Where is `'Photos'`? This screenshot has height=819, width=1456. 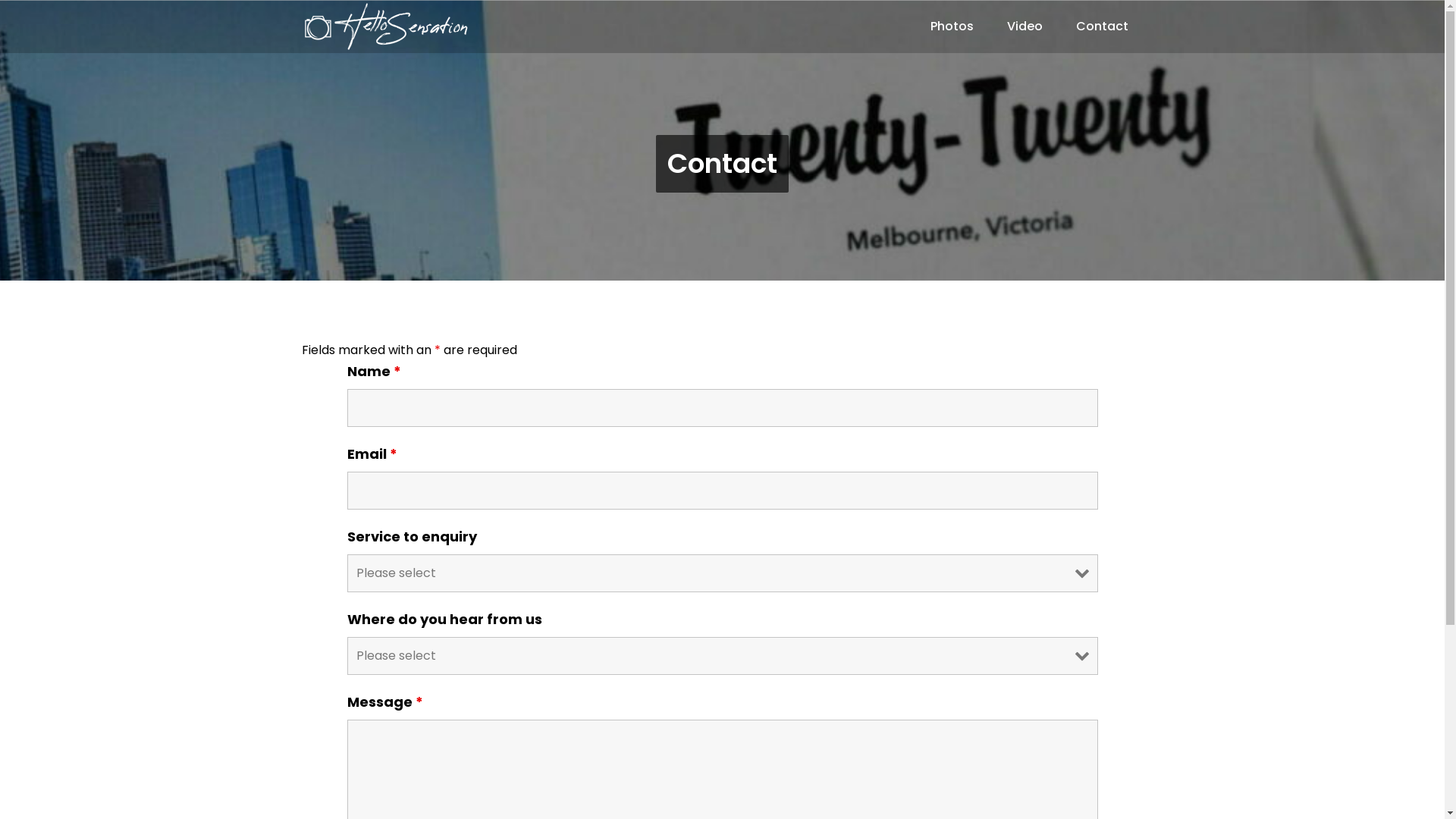
'Photos' is located at coordinates (950, 26).